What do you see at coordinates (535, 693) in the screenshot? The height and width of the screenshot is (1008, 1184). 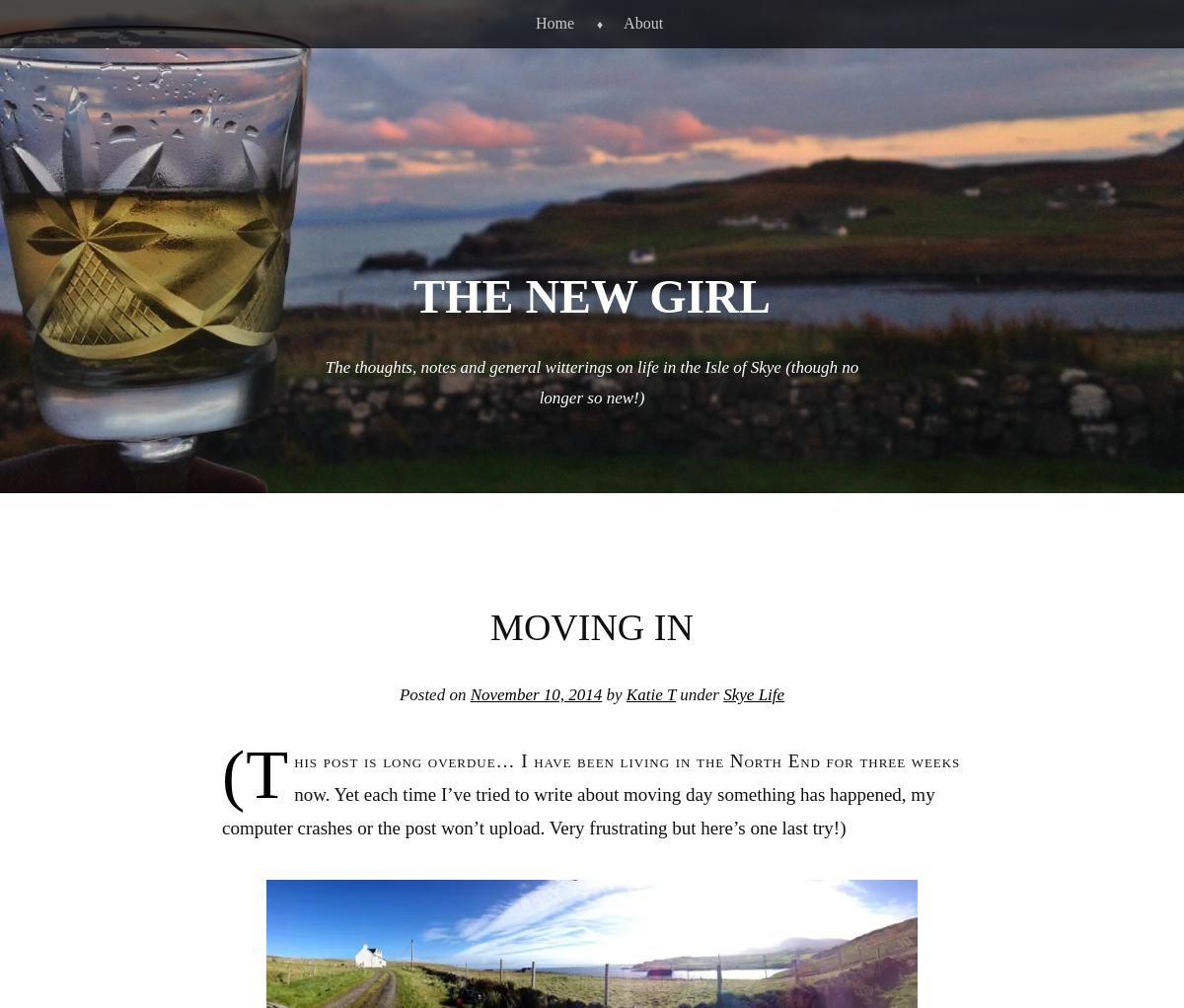 I see `'November 10, 2014'` at bounding box center [535, 693].